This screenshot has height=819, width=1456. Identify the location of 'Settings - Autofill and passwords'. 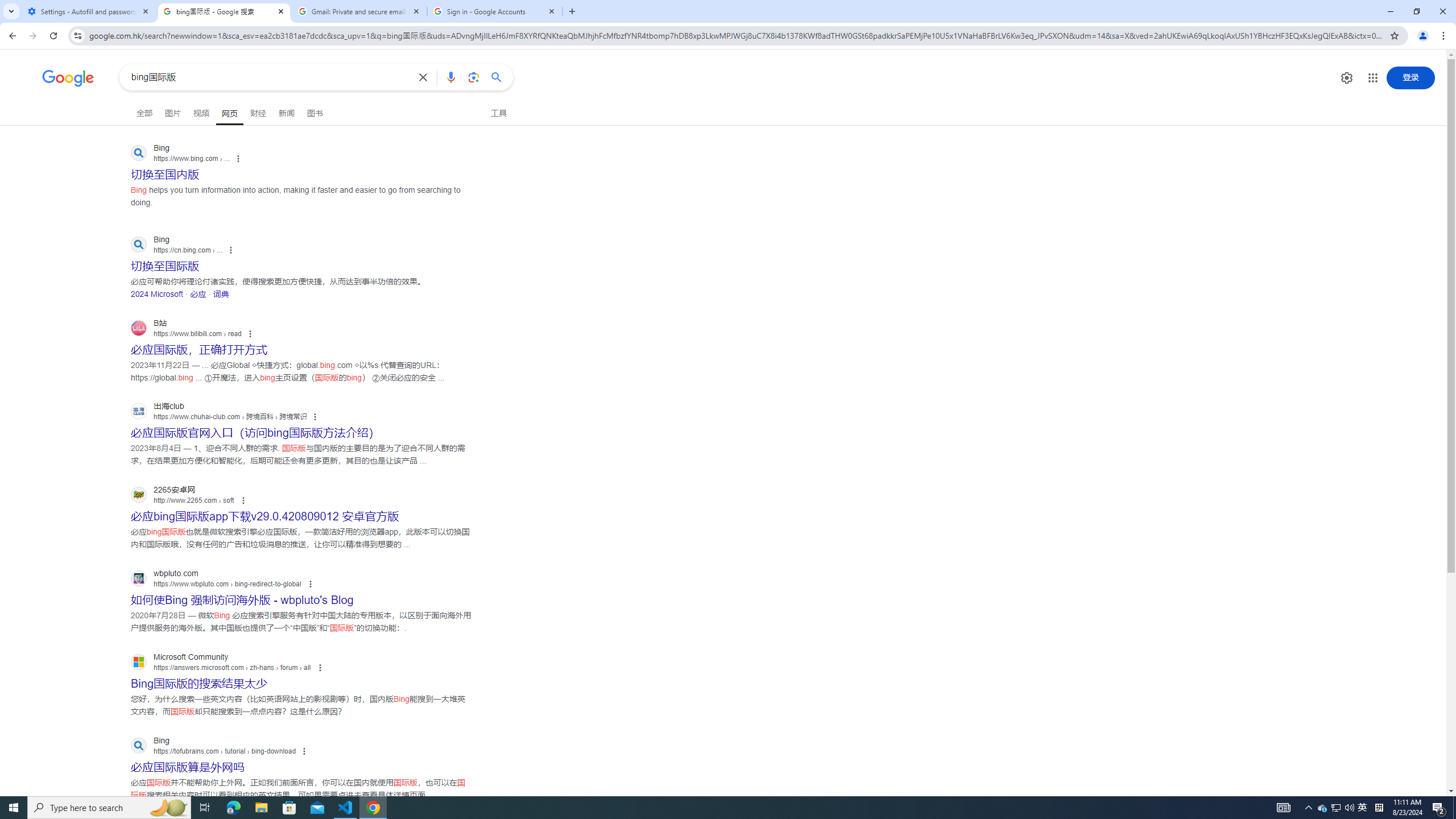
(88, 11).